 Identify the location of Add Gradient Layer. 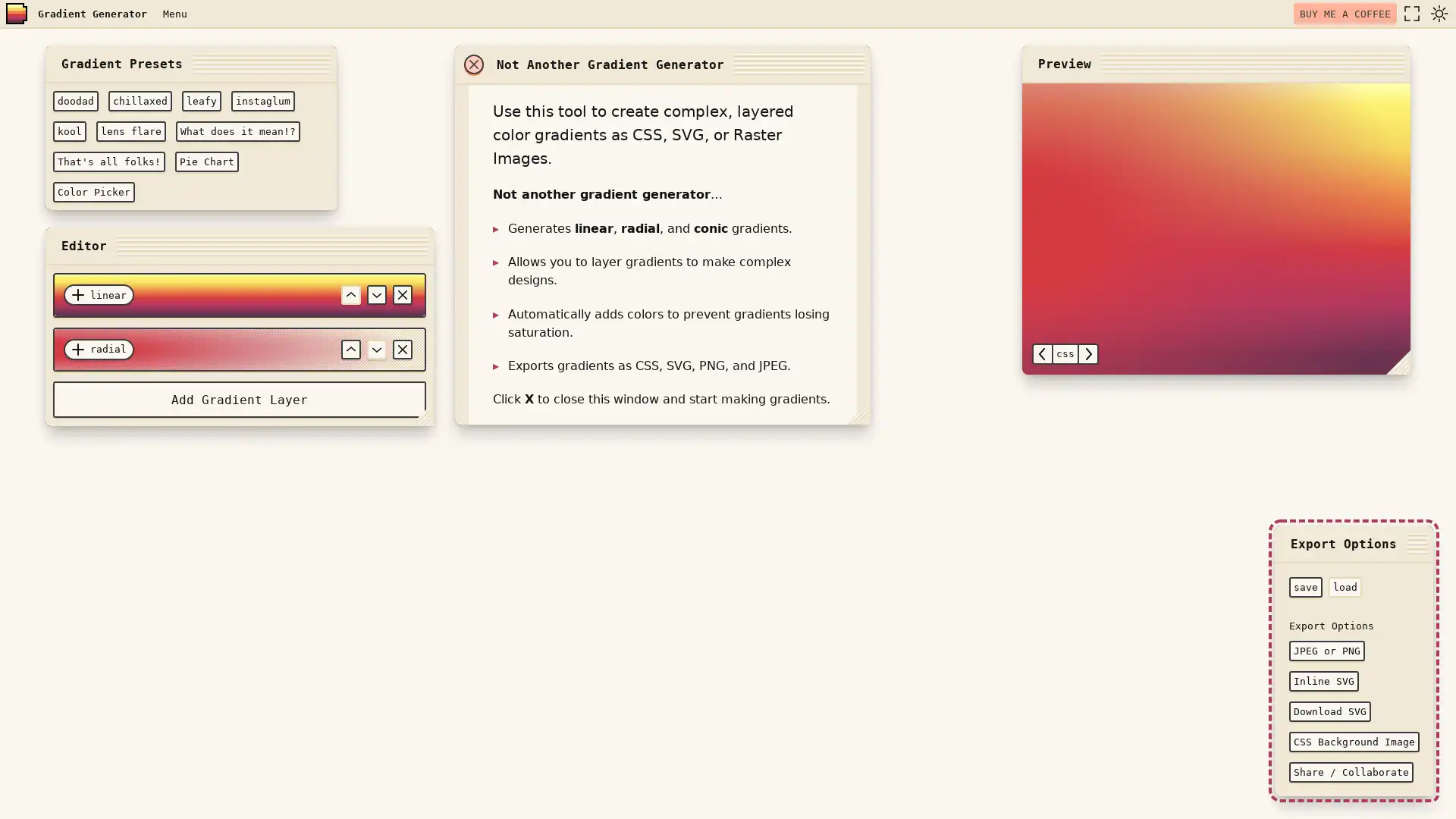
(238, 398).